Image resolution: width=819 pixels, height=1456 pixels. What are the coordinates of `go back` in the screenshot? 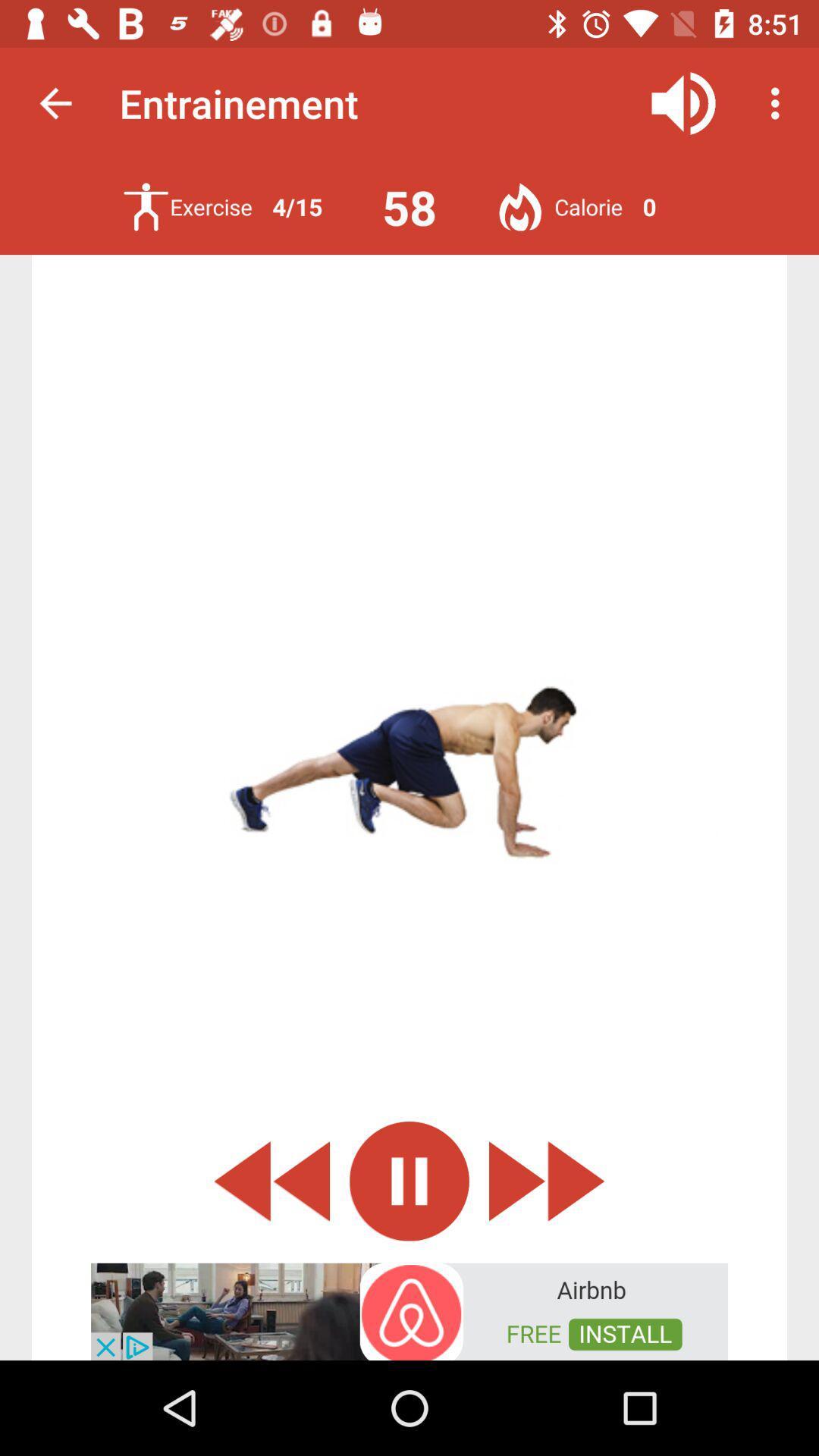 It's located at (271, 1180).